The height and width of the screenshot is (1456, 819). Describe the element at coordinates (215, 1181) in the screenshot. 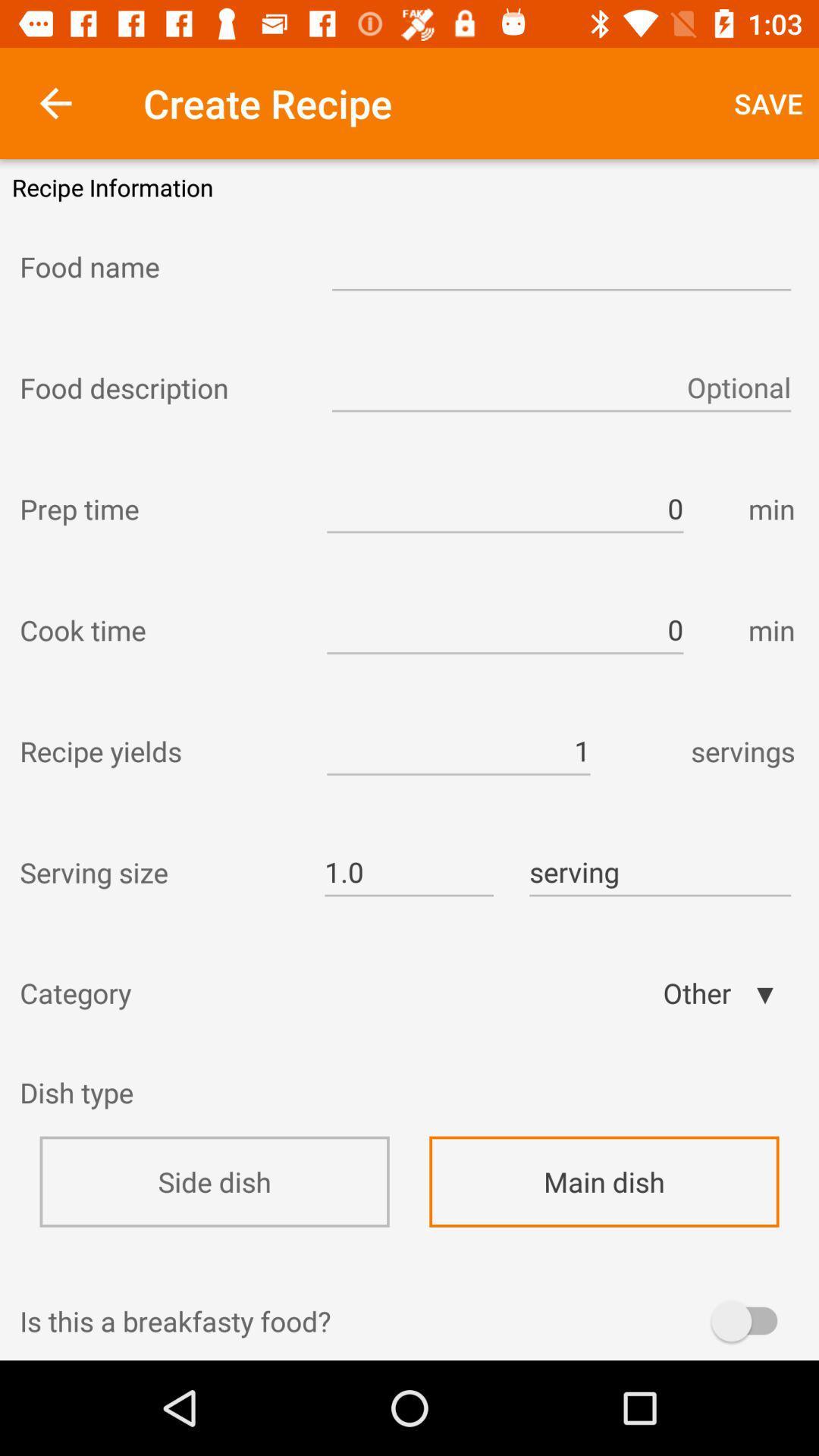

I see `icon below dish type` at that location.